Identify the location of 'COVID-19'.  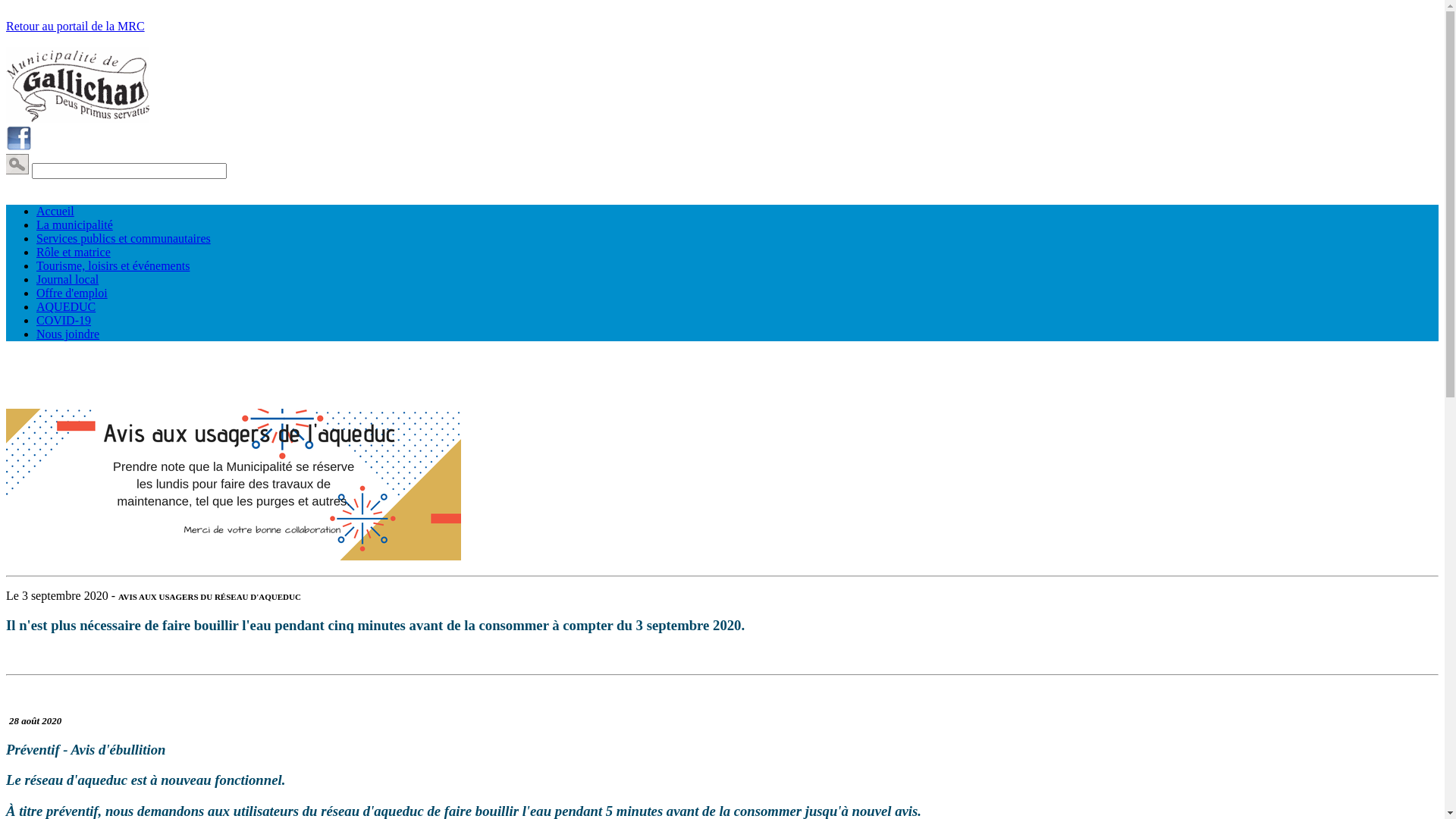
(62, 319).